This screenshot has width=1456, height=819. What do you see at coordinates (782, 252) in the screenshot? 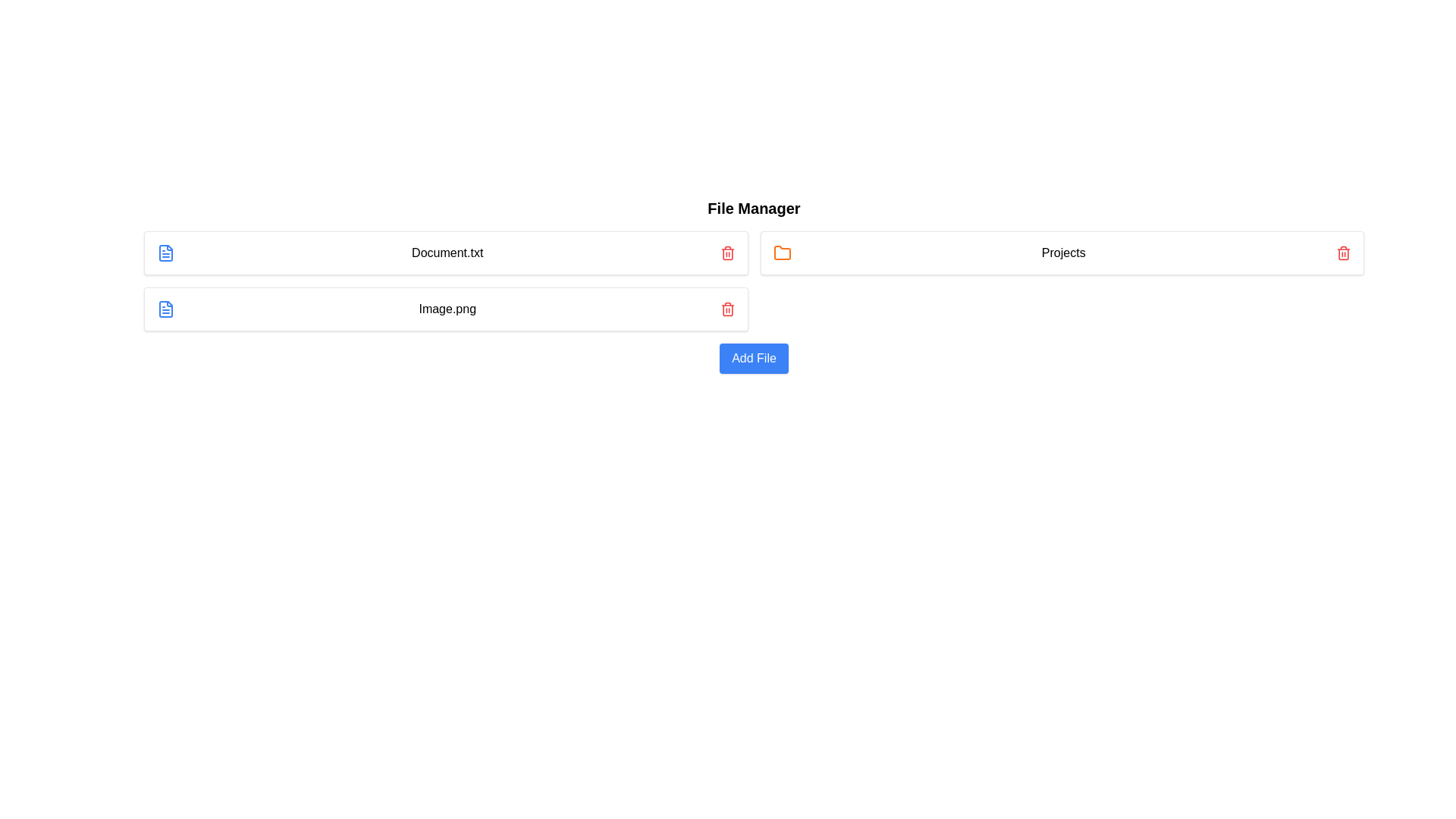
I see `the Folder Icon` at bounding box center [782, 252].